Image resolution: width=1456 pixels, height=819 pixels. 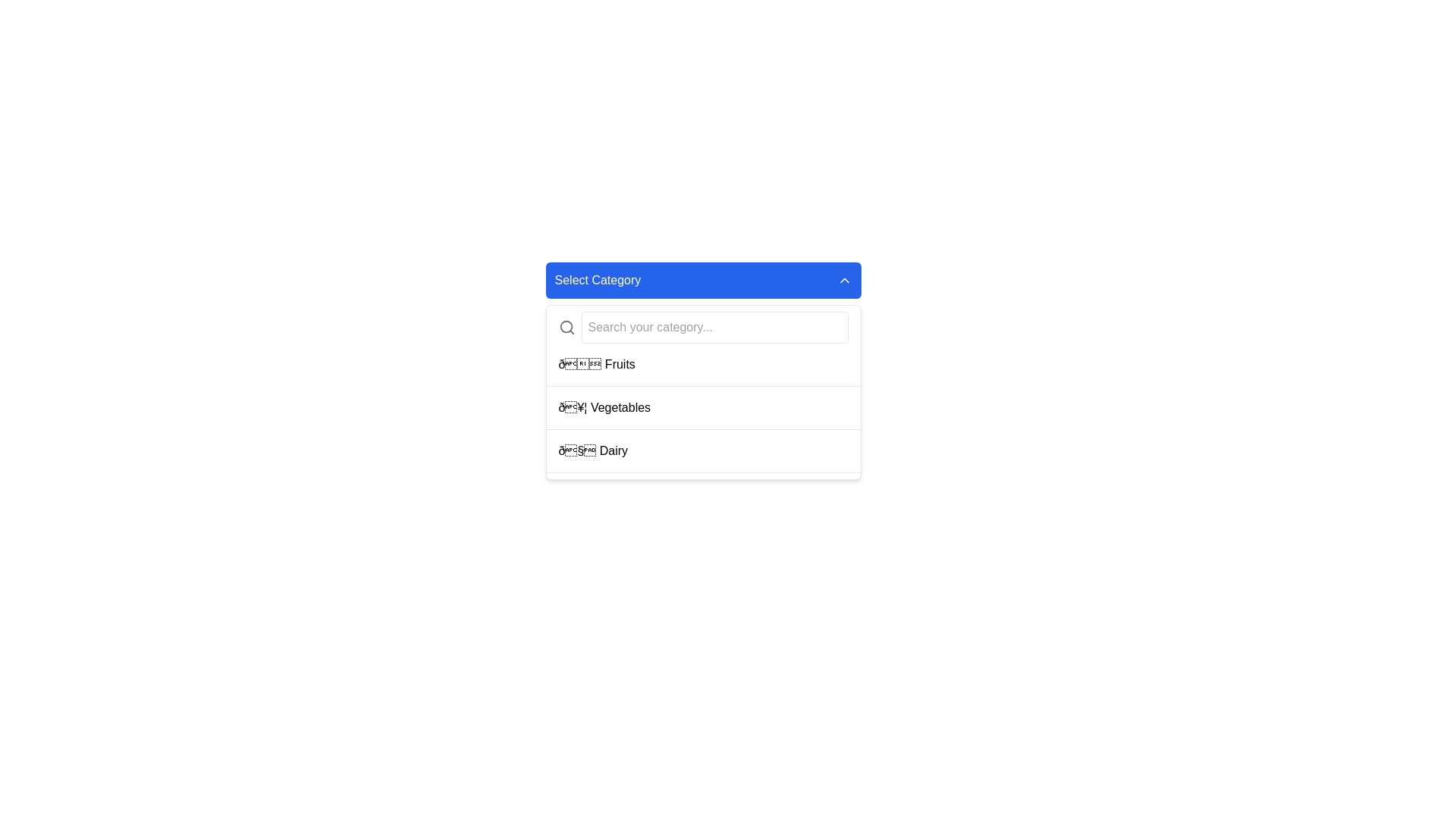 What do you see at coordinates (843, 281) in the screenshot?
I see `the chevron-up icon located at the top-right corner of the 'Select Category' bar, which is represented by an upward-pointing triangle with a blue background` at bounding box center [843, 281].